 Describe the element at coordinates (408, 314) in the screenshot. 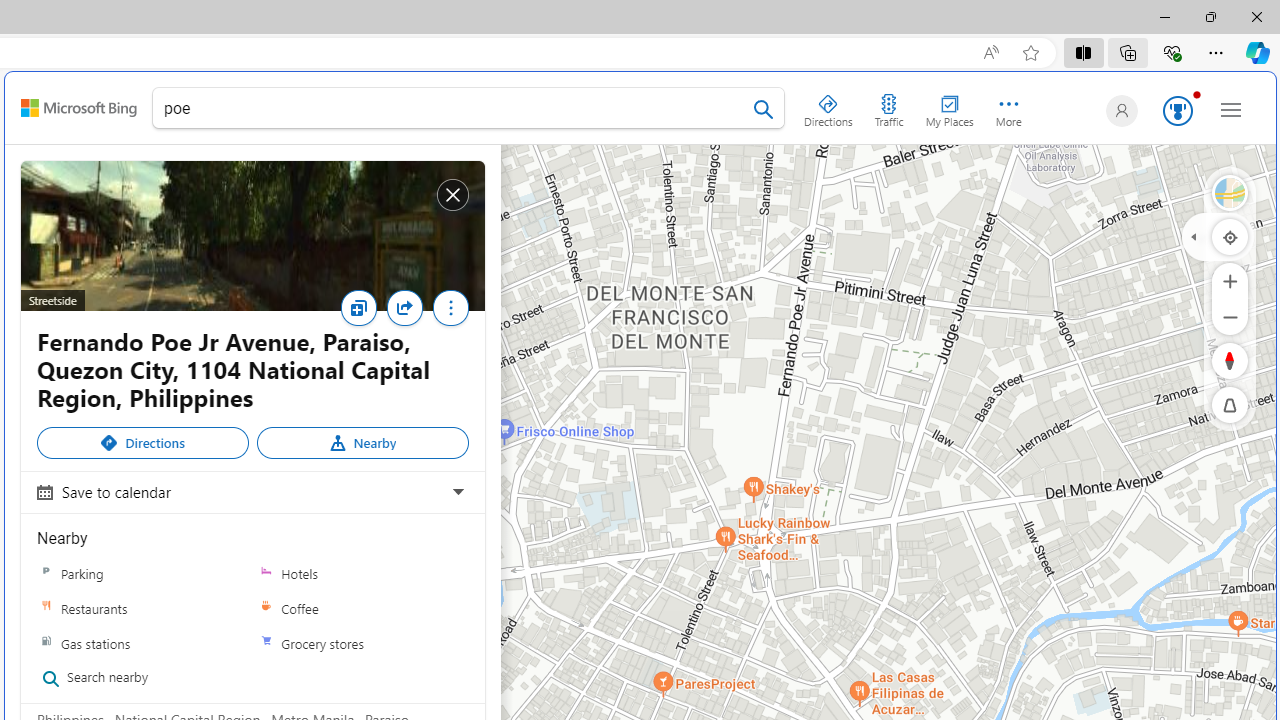

I see `'Share'` at that location.